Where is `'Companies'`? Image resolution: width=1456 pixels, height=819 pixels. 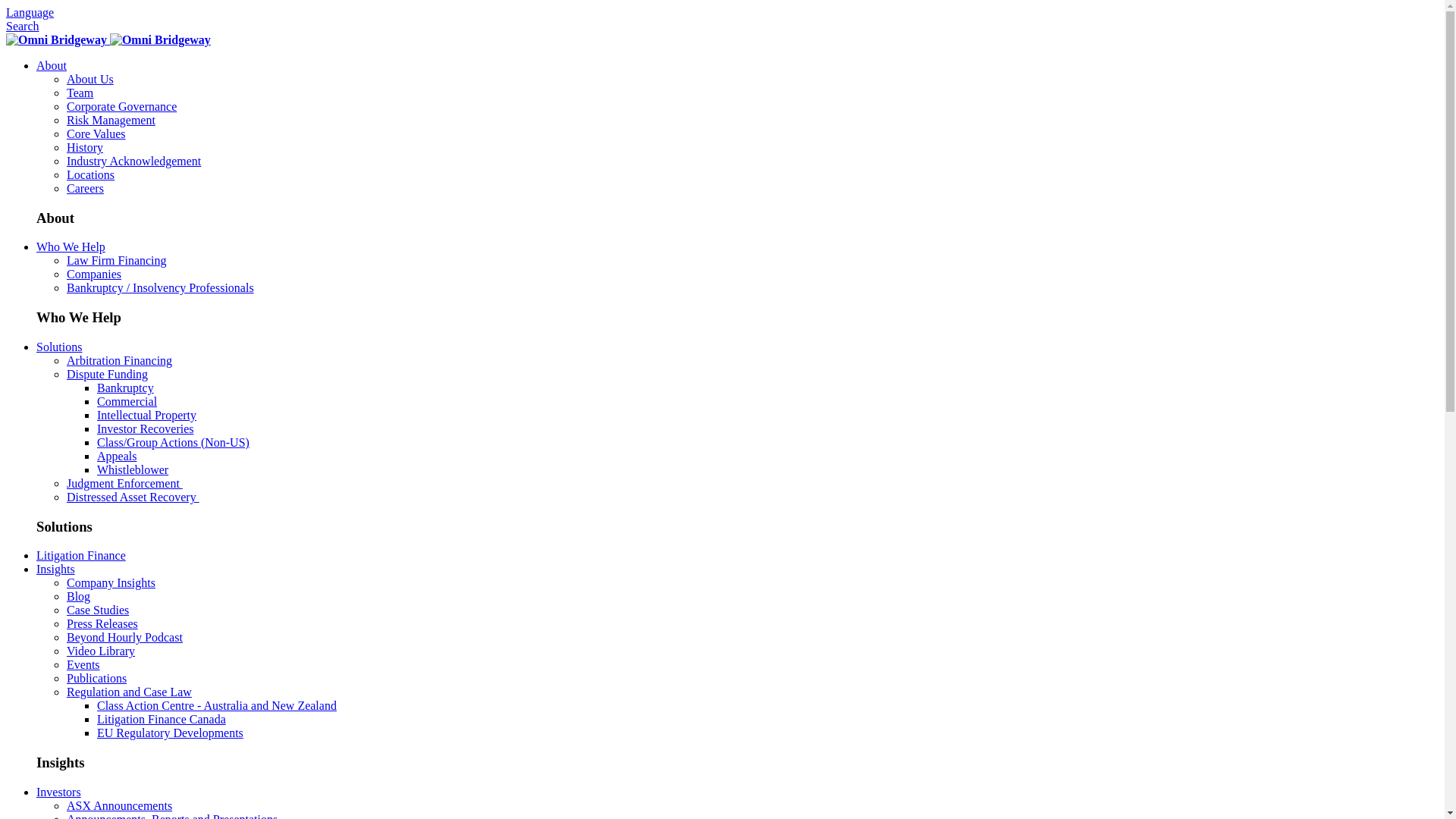 'Companies' is located at coordinates (93, 274).